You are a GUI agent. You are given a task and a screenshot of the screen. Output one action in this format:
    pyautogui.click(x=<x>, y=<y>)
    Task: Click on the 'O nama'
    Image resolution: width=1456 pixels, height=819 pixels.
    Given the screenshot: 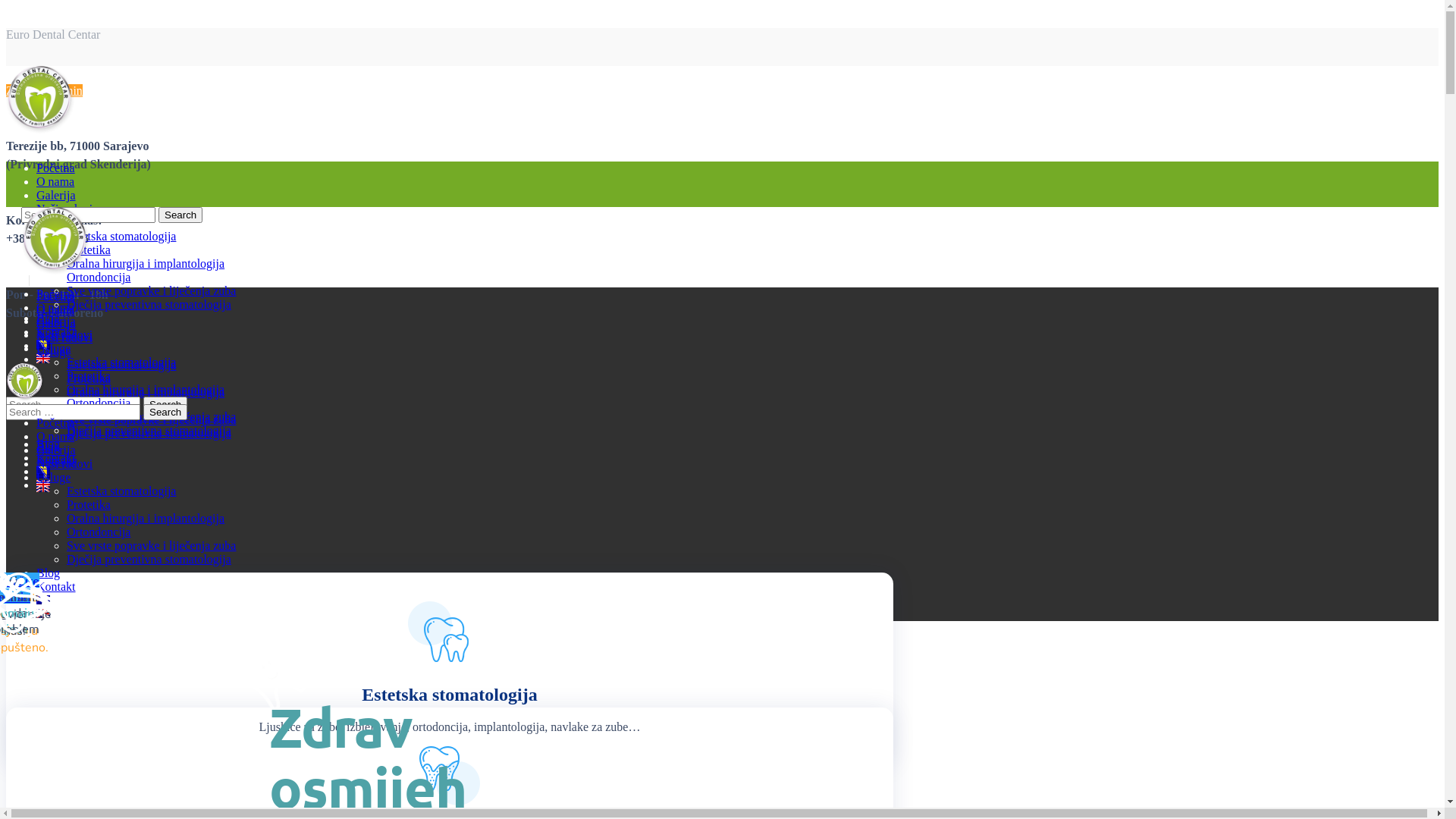 What is the action you would take?
    pyautogui.click(x=55, y=309)
    